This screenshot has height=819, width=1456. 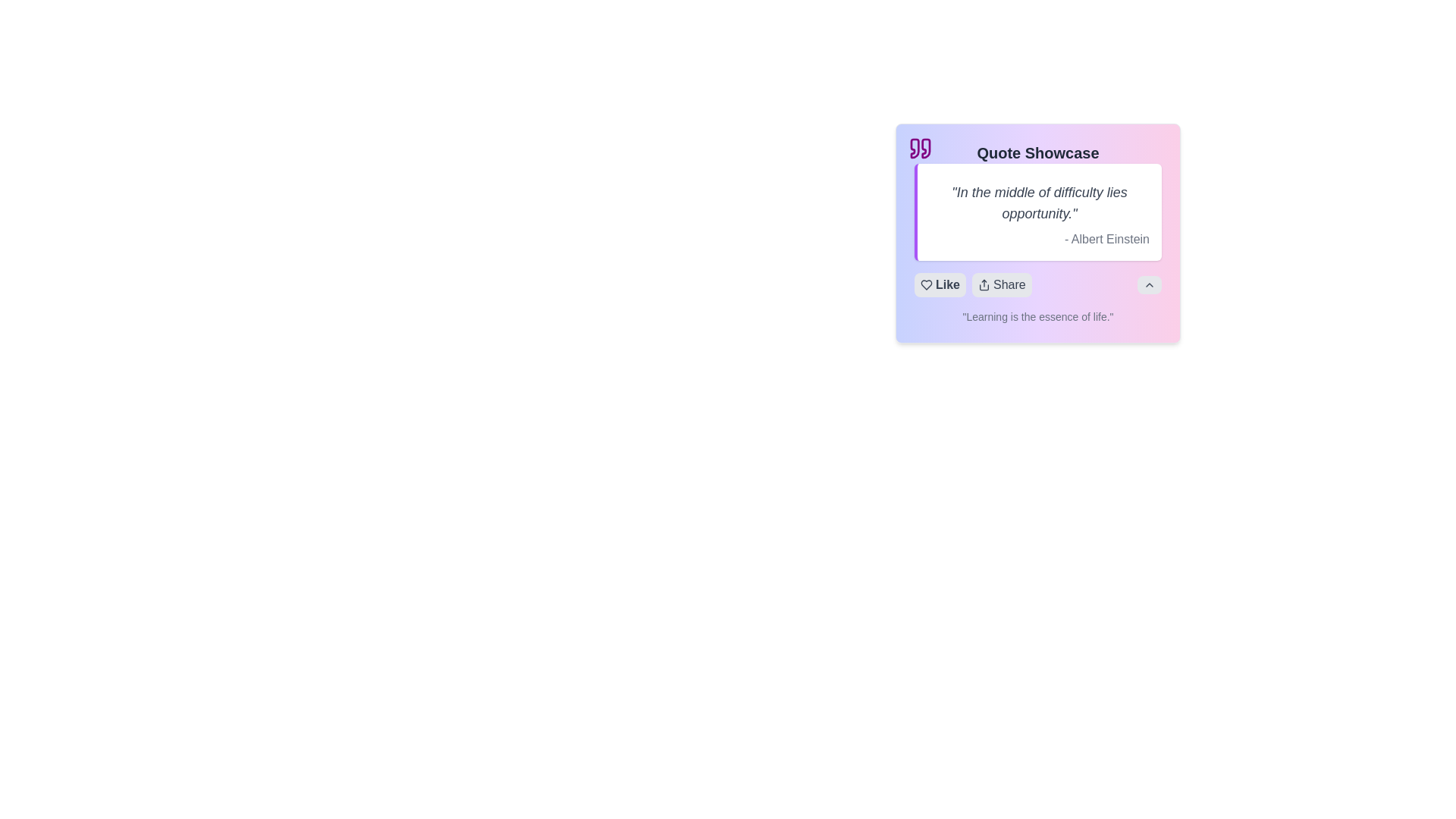 I want to click on the entire Interactive button group containing 'Like' and 'Share' buttons, so click(x=973, y=284).